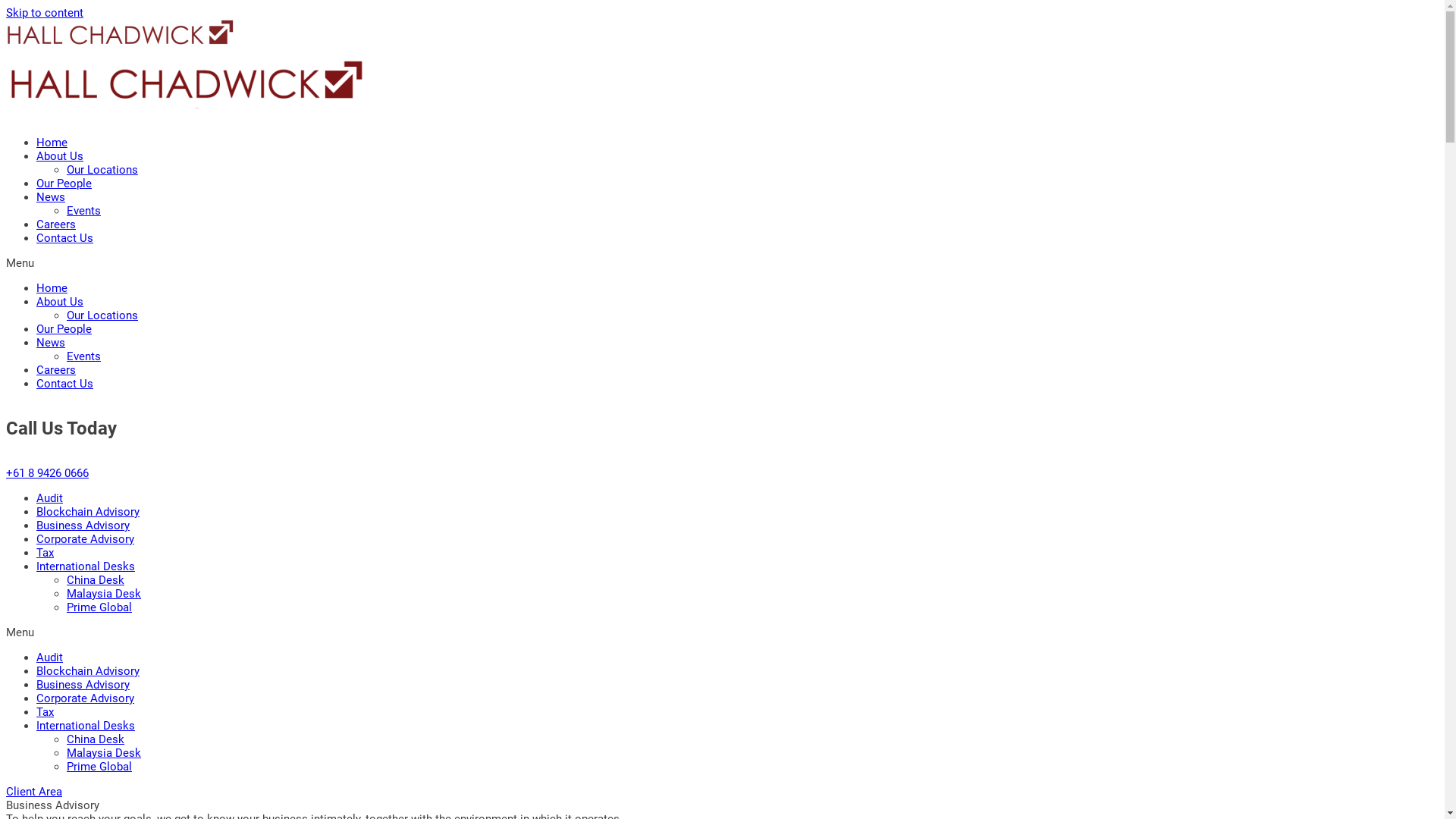  What do you see at coordinates (86, 512) in the screenshot?
I see `'Blockchain Advisory'` at bounding box center [86, 512].